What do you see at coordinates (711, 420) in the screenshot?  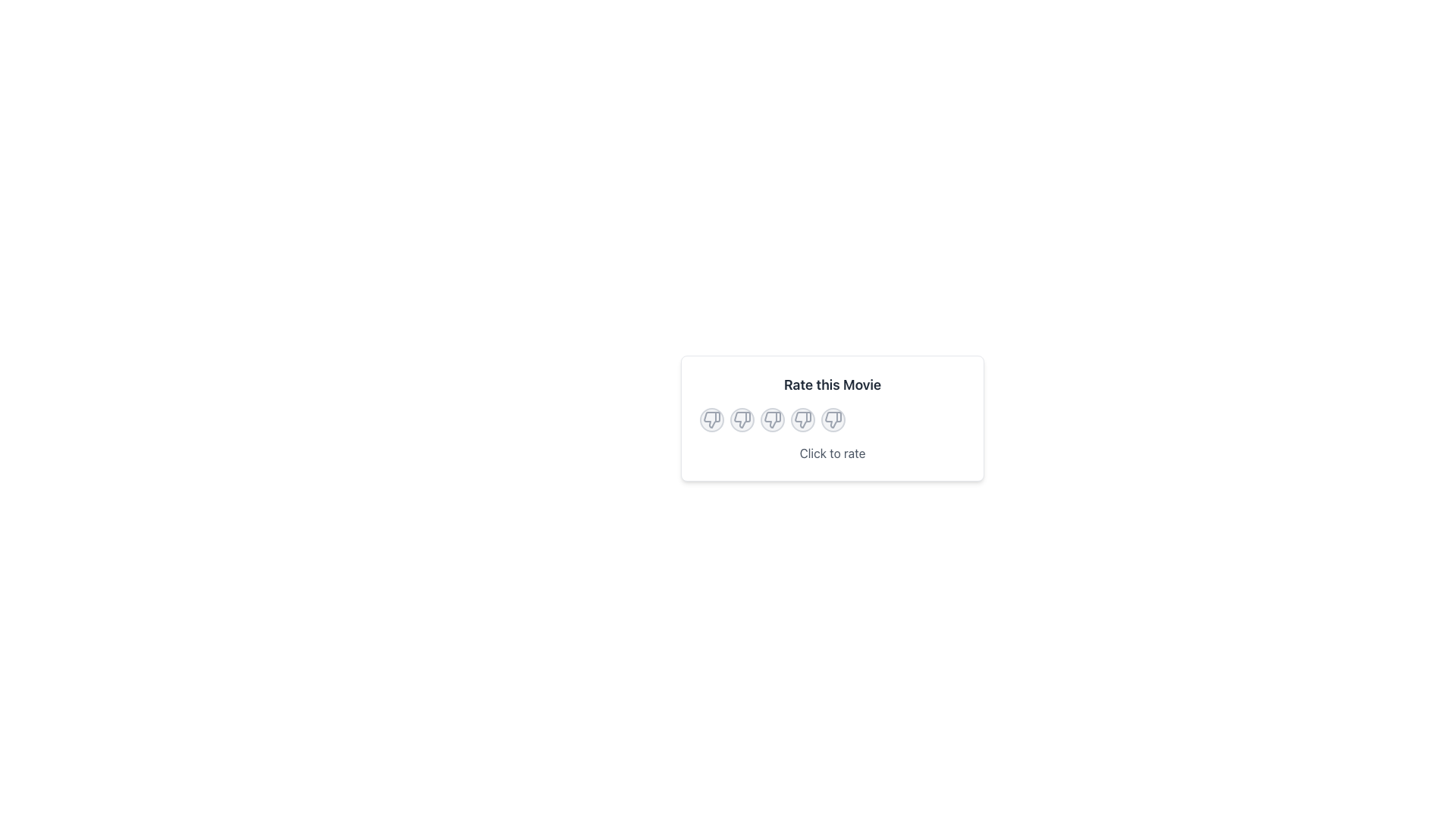 I see `the first thumbs-down icon in the rating interface, which is styled with a gray color and outlined appearance` at bounding box center [711, 420].